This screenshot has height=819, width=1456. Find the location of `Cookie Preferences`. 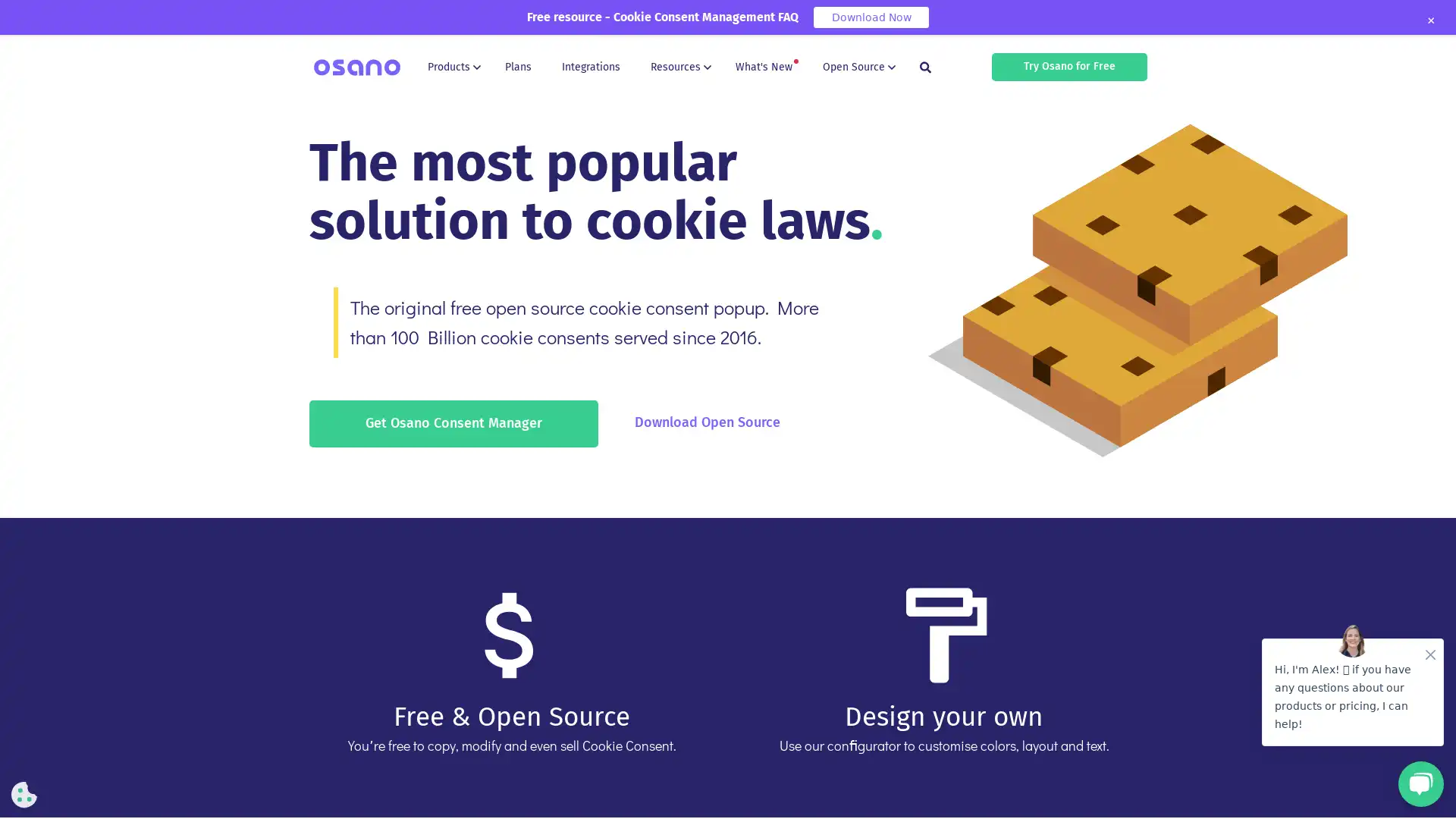

Cookie Preferences is located at coordinates (24, 794).